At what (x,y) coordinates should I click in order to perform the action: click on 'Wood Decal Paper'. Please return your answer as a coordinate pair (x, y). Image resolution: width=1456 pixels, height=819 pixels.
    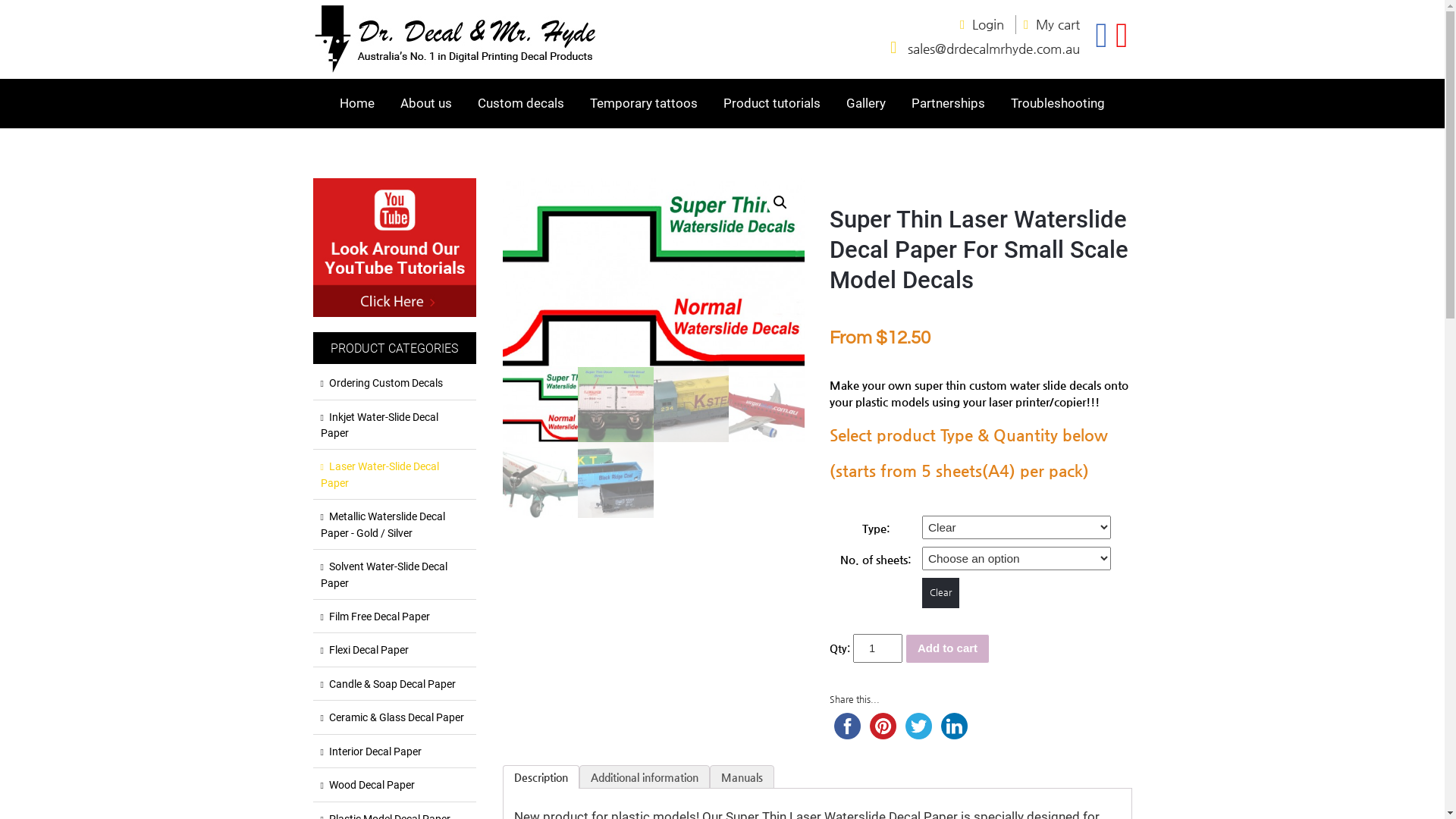
    Looking at the image, I should click on (319, 785).